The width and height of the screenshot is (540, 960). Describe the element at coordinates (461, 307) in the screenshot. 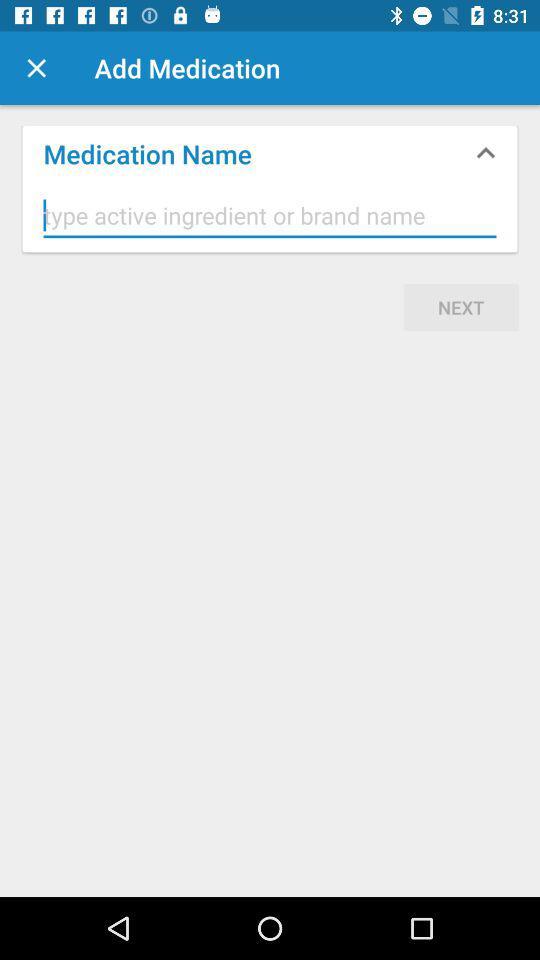

I see `next icon` at that location.